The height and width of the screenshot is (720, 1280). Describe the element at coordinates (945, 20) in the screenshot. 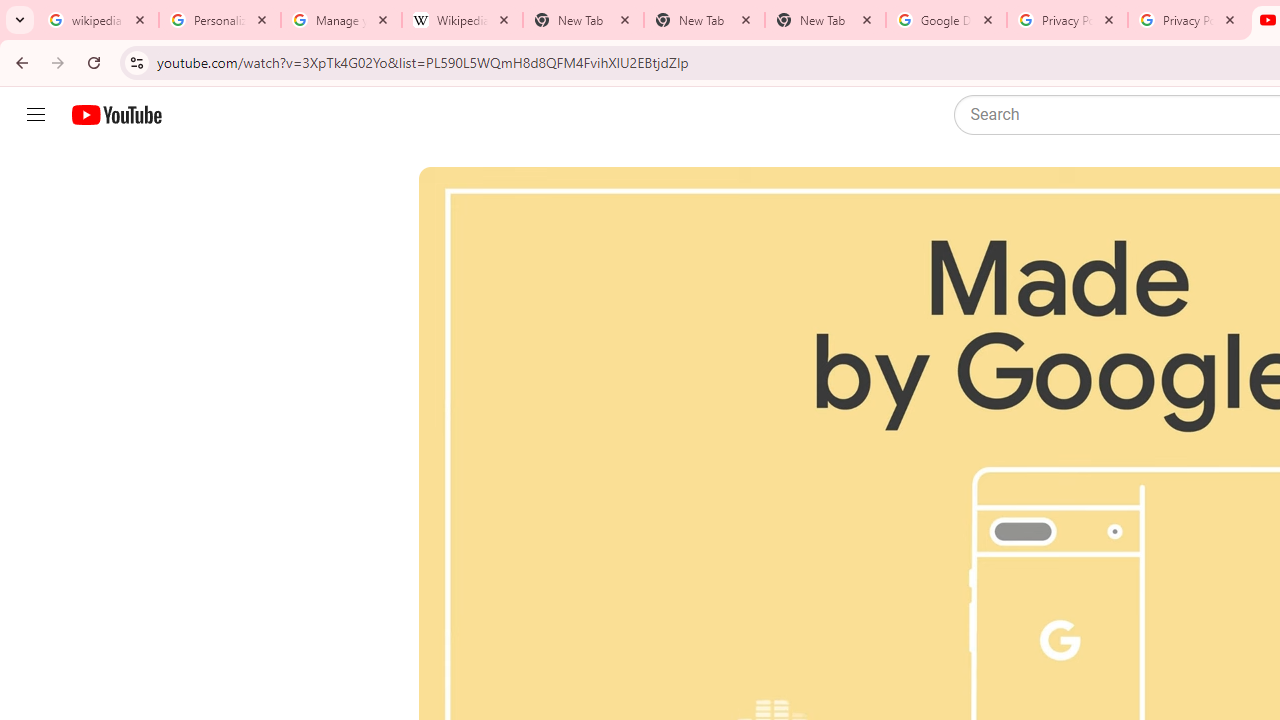

I see `'Google Drive: Sign-in'` at that location.